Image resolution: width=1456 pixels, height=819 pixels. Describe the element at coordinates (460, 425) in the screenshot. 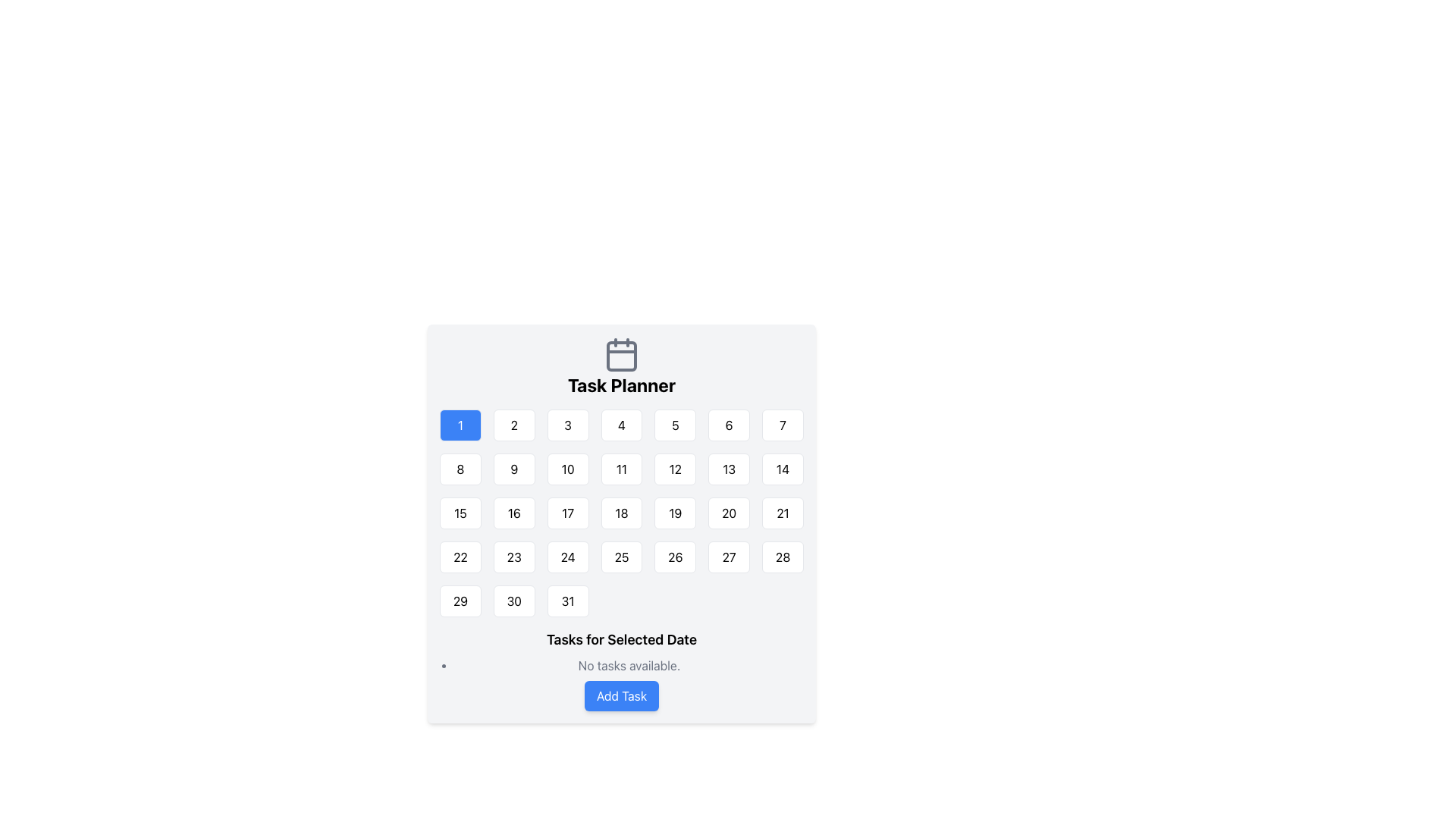

I see `the first selectable date button in the calendar interface located at the top-left corner of the grid` at that location.